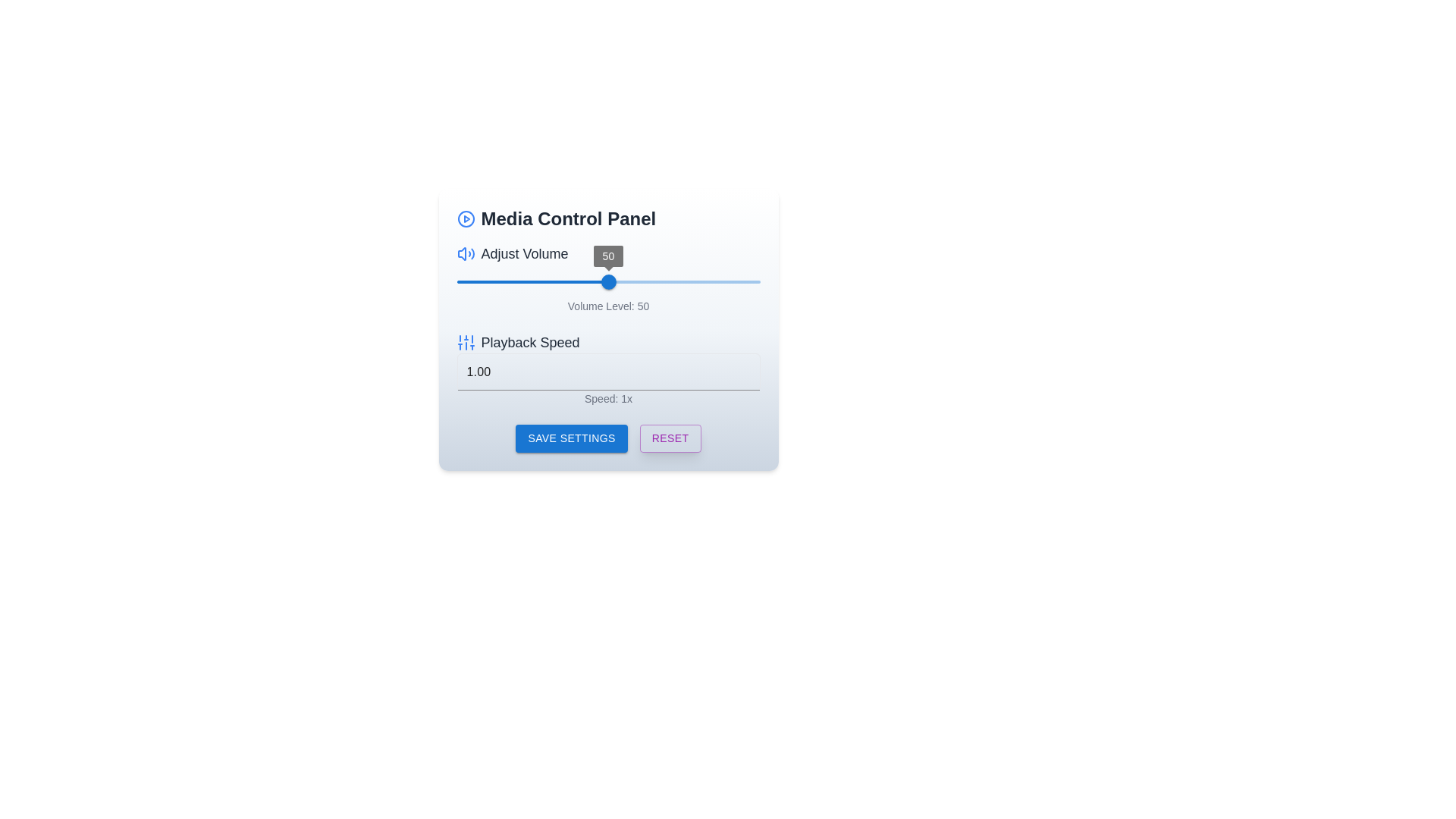  I want to click on the circular Value indicator label displaying '50' in white, located above the blue slider in the 'Adjust Volume' section of the media control panel, so click(608, 256).